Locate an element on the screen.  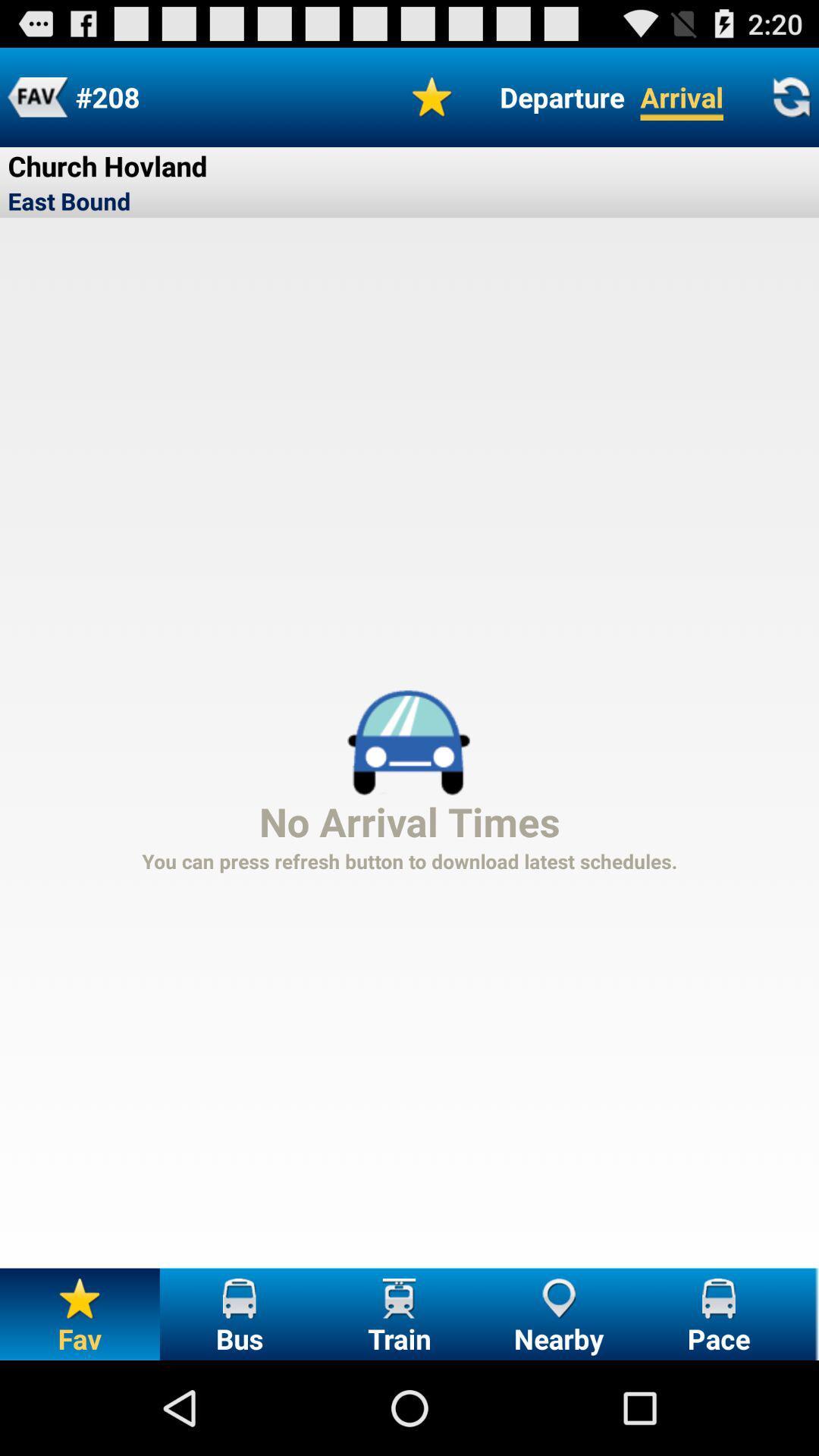
the icon next to the departure icon is located at coordinates (432, 96).